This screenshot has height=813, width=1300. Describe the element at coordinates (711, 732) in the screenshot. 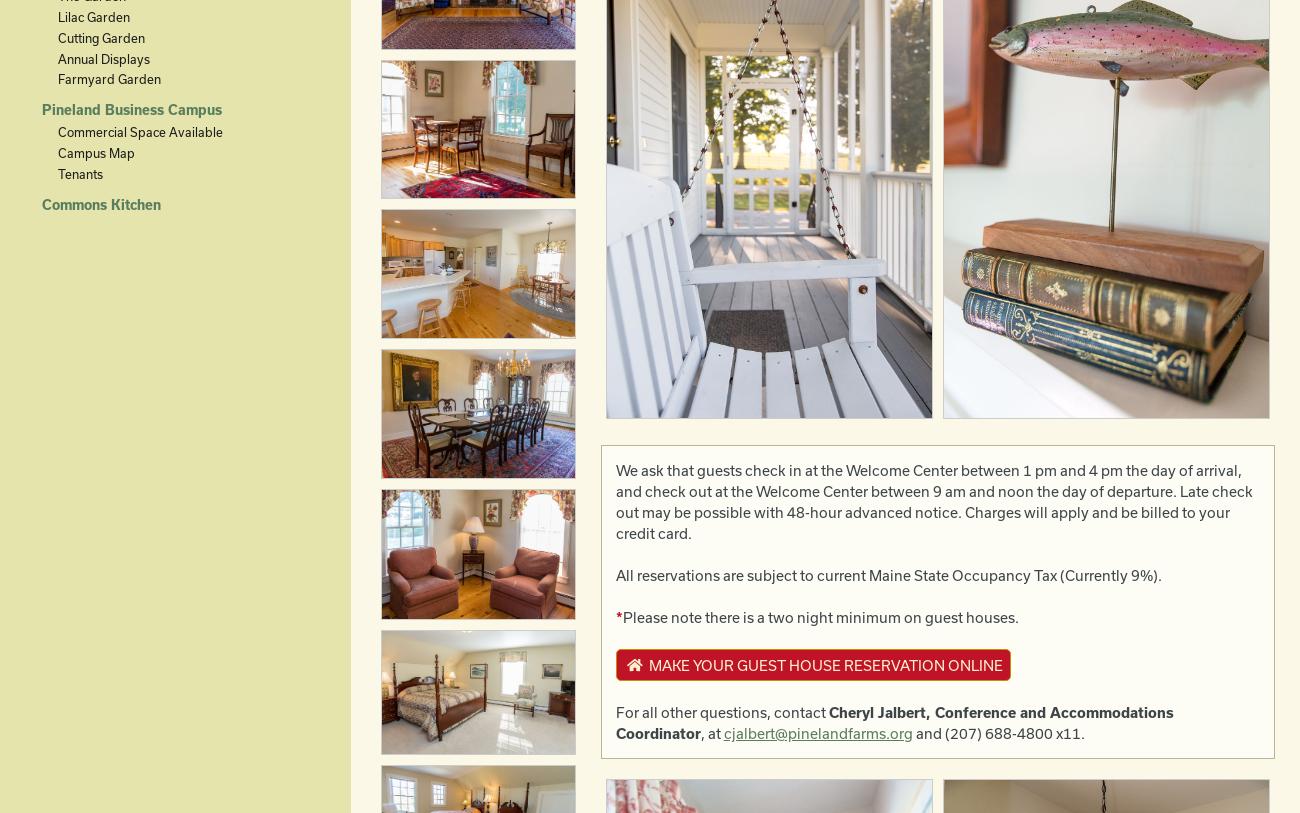

I see `', at'` at that location.